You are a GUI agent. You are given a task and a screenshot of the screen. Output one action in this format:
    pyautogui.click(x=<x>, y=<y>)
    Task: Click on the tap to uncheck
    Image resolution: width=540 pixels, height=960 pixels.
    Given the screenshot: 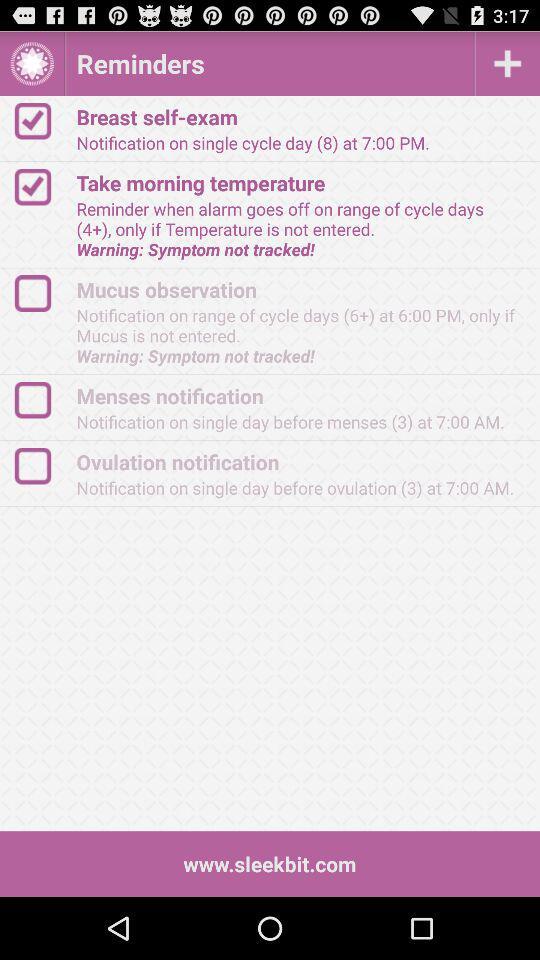 What is the action you would take?
    pyautogui.click(x=42, y=120)
    